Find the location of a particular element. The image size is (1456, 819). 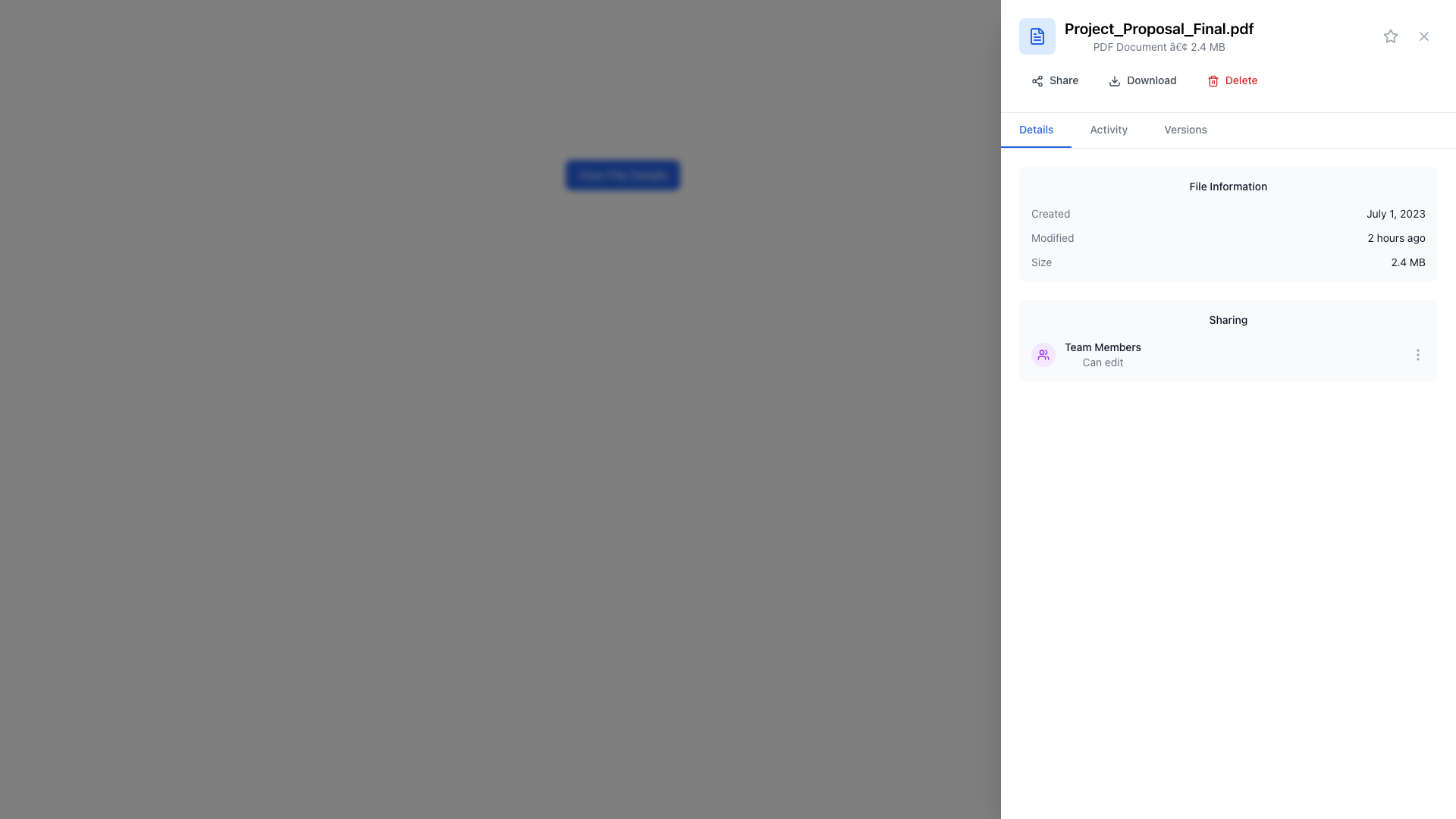

the star-shaped icon located at the top right corner of the interface is located at coordinates (1390, 35).